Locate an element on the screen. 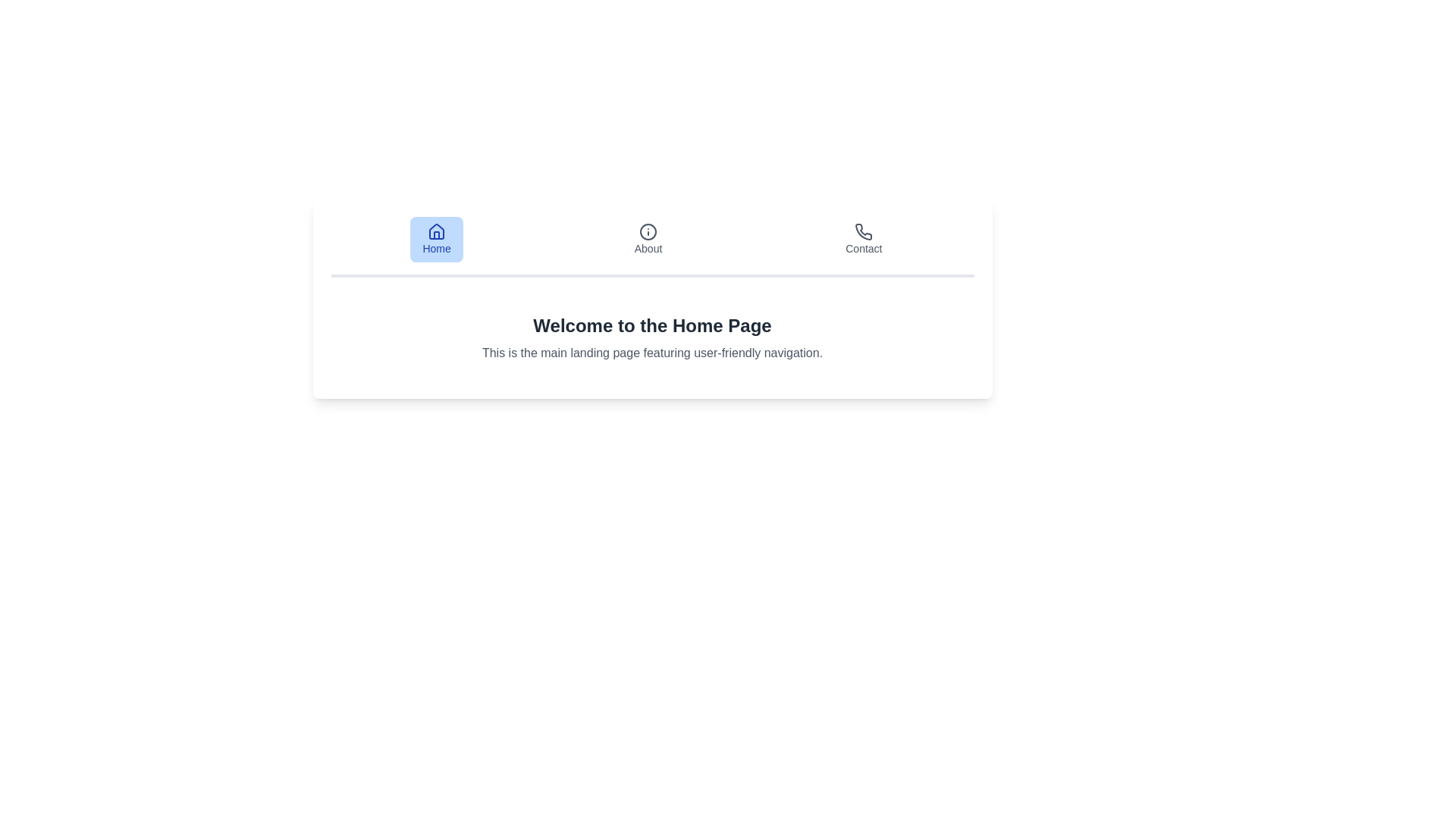  the Home tab to observe its style change is located at coordinates (436, 239).